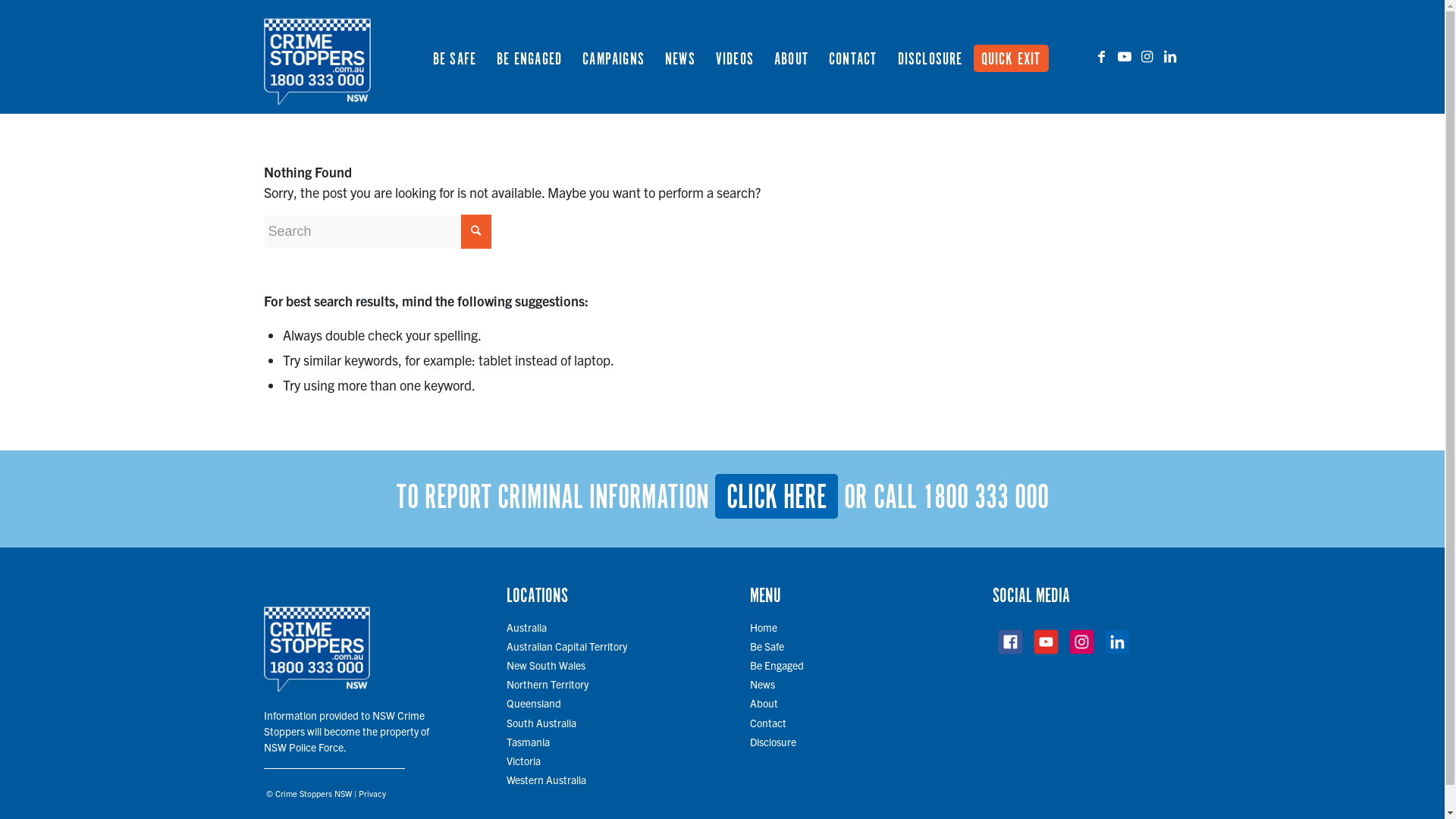 This screenshot has height=819, width=1456. I want to click on 'CAMPAIGNS', so click(613, 55).